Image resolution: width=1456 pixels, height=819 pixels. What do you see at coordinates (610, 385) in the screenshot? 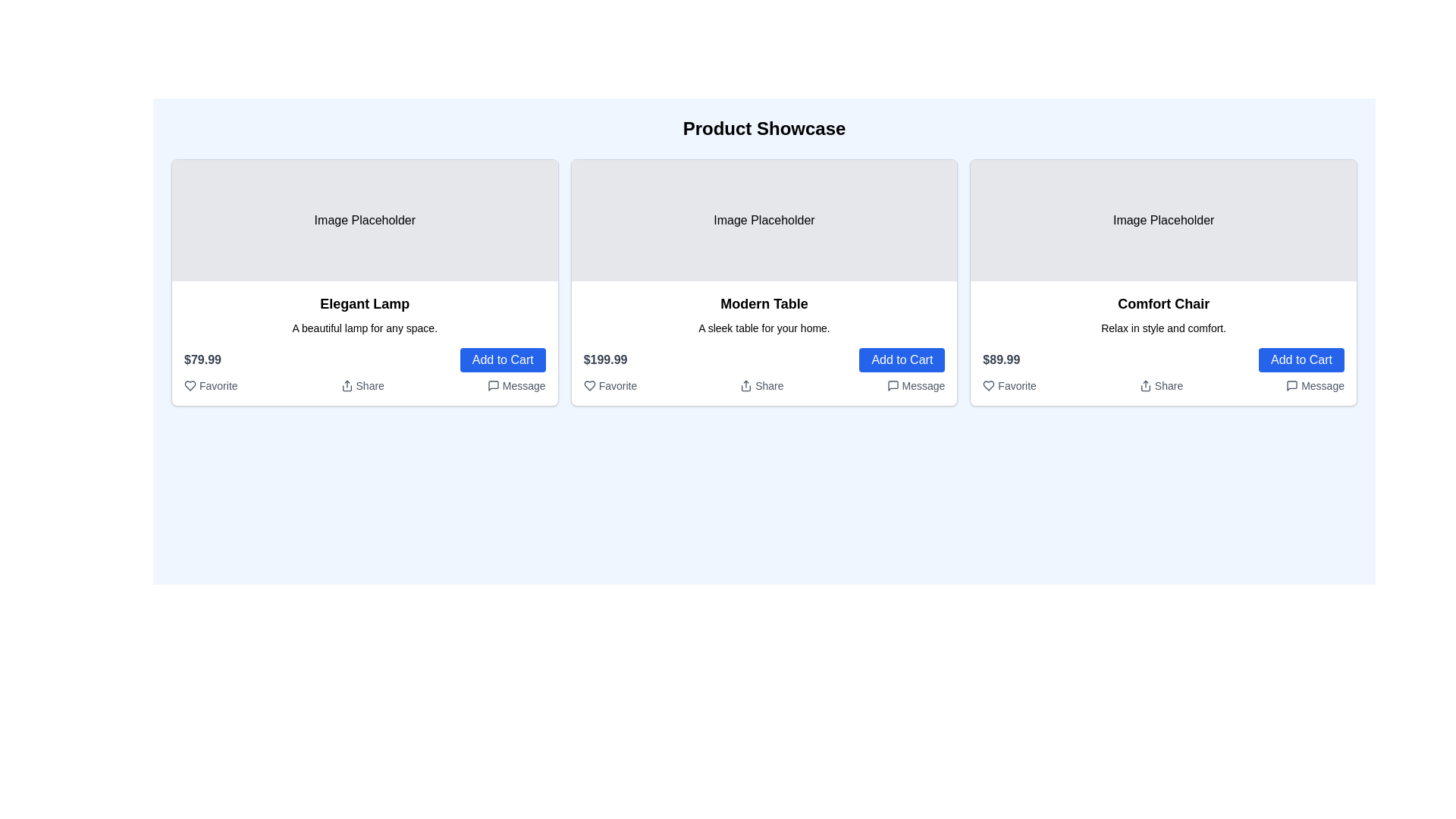
I see `the 'Favorite' button, which is a compact text button with a heart icon` at bounding box center [610, 385].